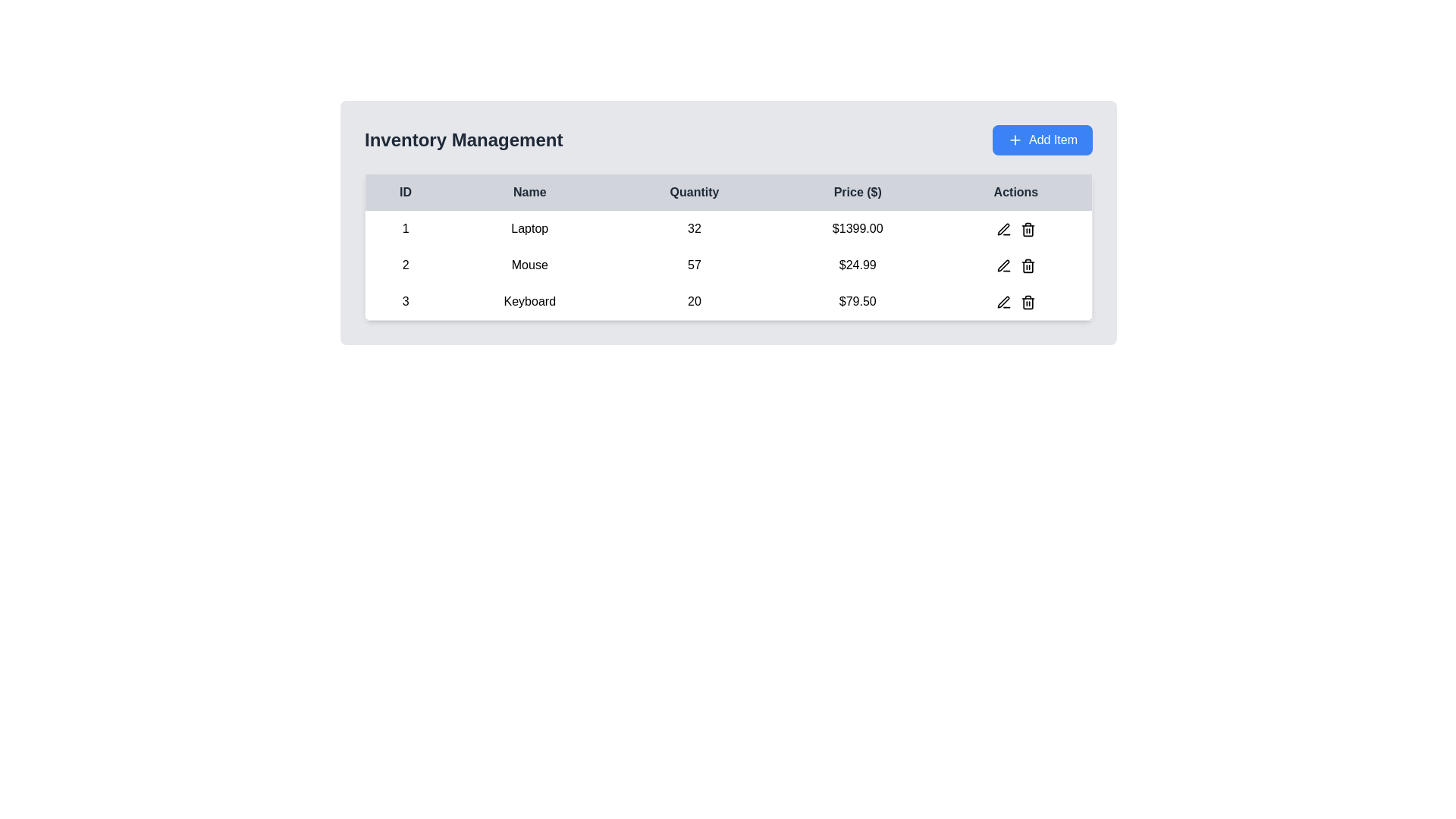 Image resolution: width=1456 pixels, height=819 pixels. Describe the element at coordinates (1003, 301) in the screenshot. I see `the edit icon button located in the 'Actions' column of the third table row, which allows users to modify item details` at that location.